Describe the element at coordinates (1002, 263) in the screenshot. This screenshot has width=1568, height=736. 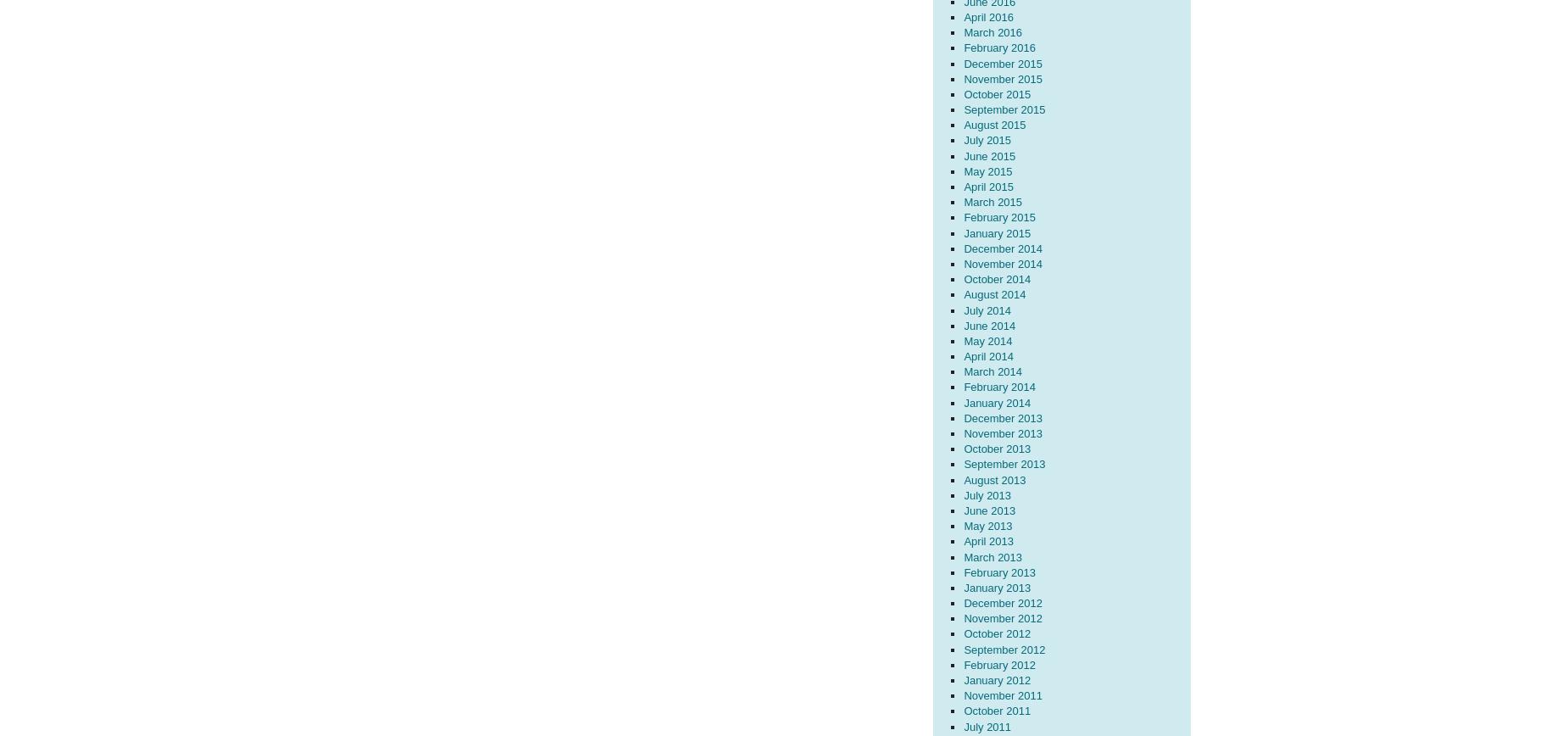
I see `'November 2014'` at that location.